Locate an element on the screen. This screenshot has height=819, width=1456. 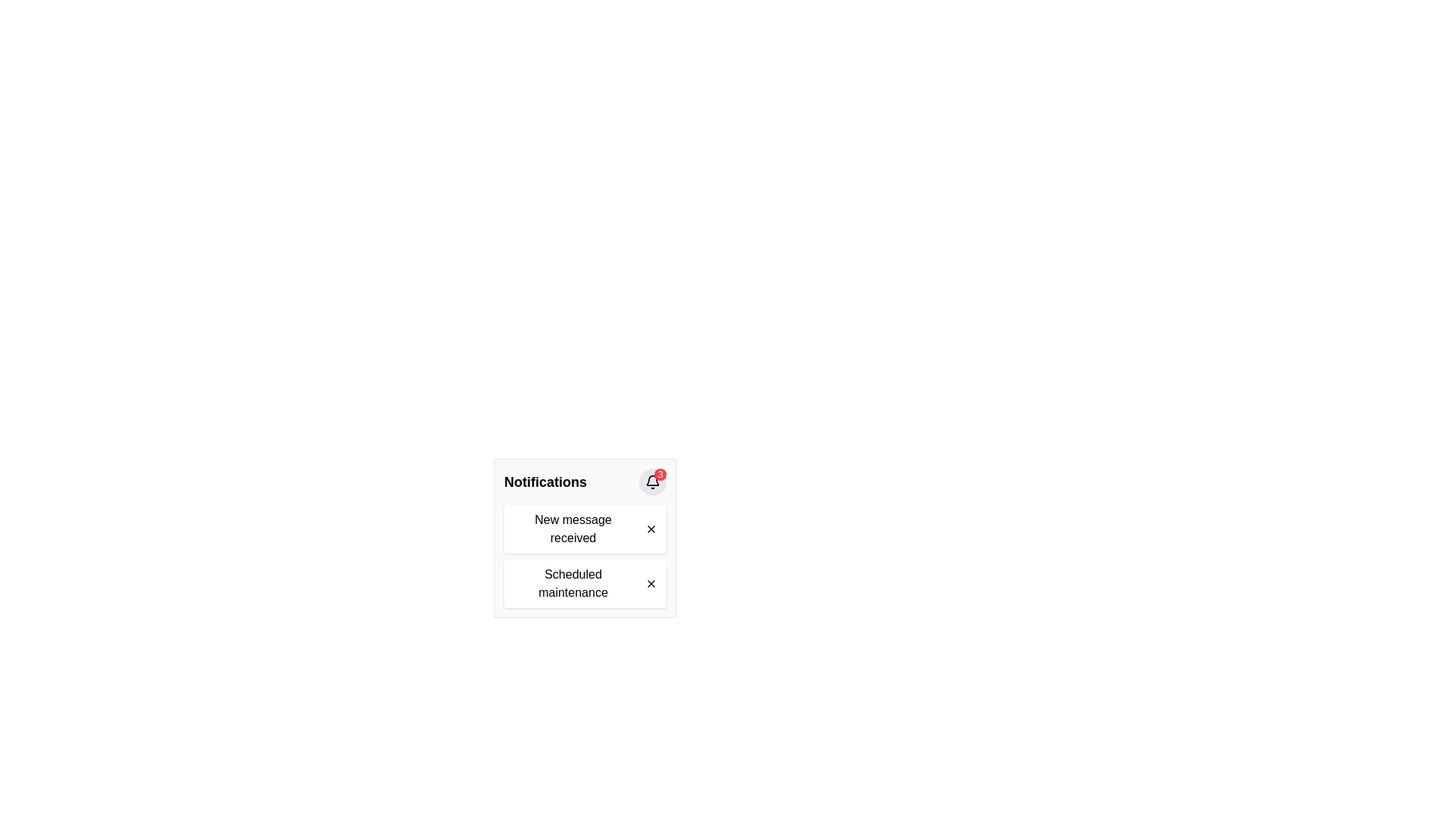
the Notification indicator located at the top-right corner of the bell icon button, which displays the number of unread notifications is located at coordinates (660, 473).